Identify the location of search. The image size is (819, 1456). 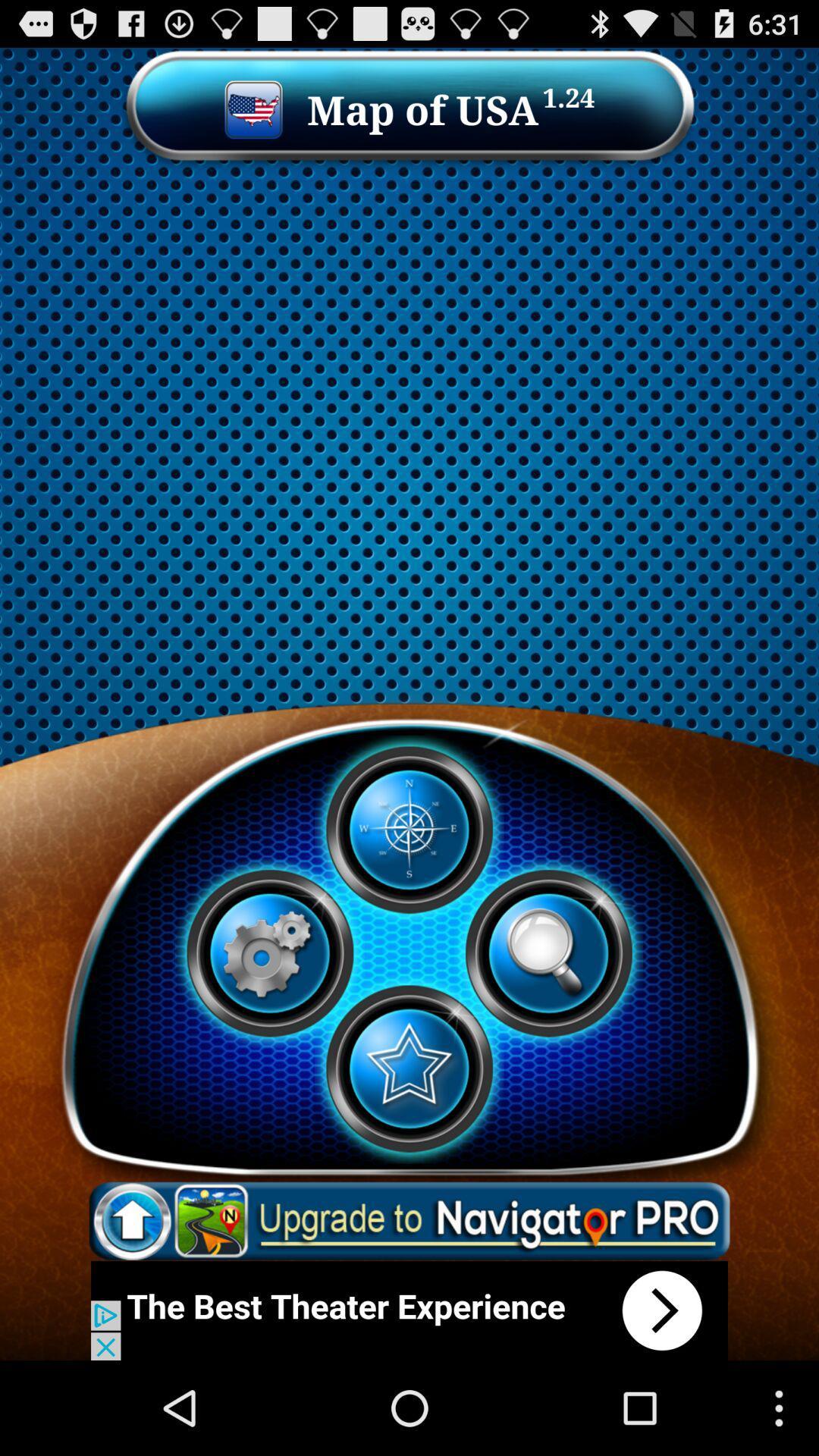
(548, 952).